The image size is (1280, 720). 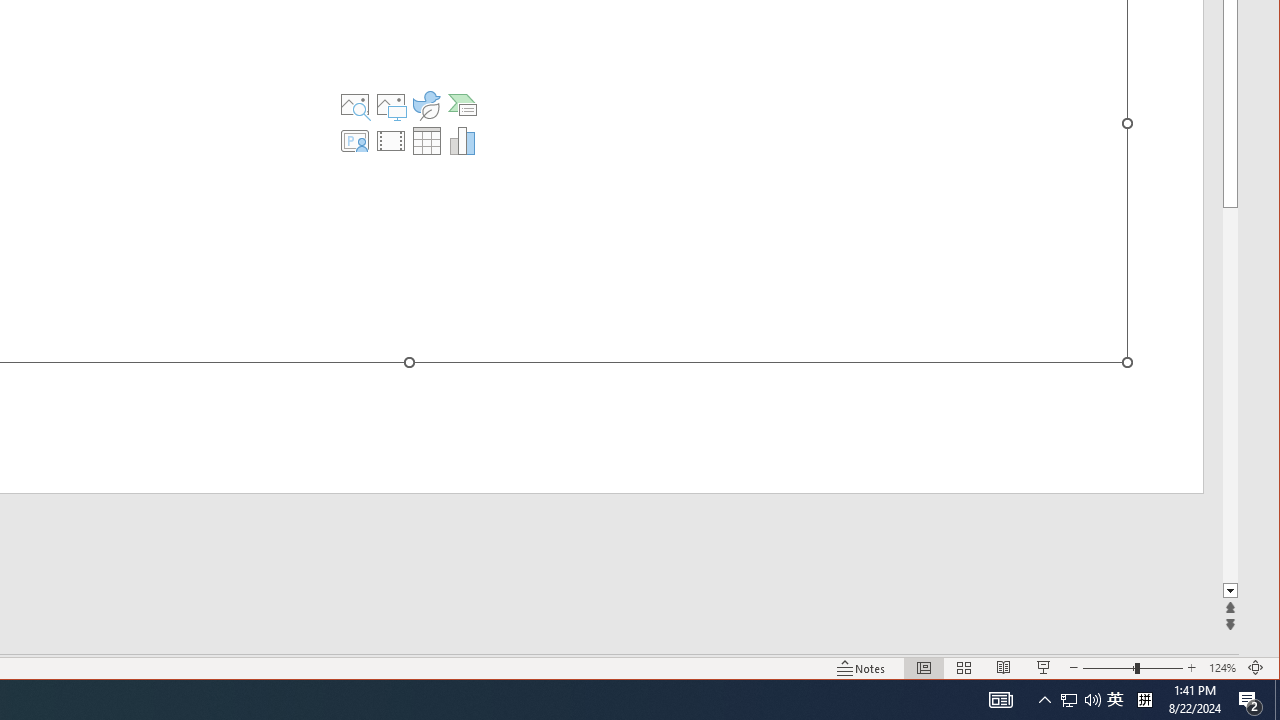 What do you see at coordinates (461, 105) in the screenshot?
I see `'Insert a SmartArt Graphic'` at bounding box center [461, 105].